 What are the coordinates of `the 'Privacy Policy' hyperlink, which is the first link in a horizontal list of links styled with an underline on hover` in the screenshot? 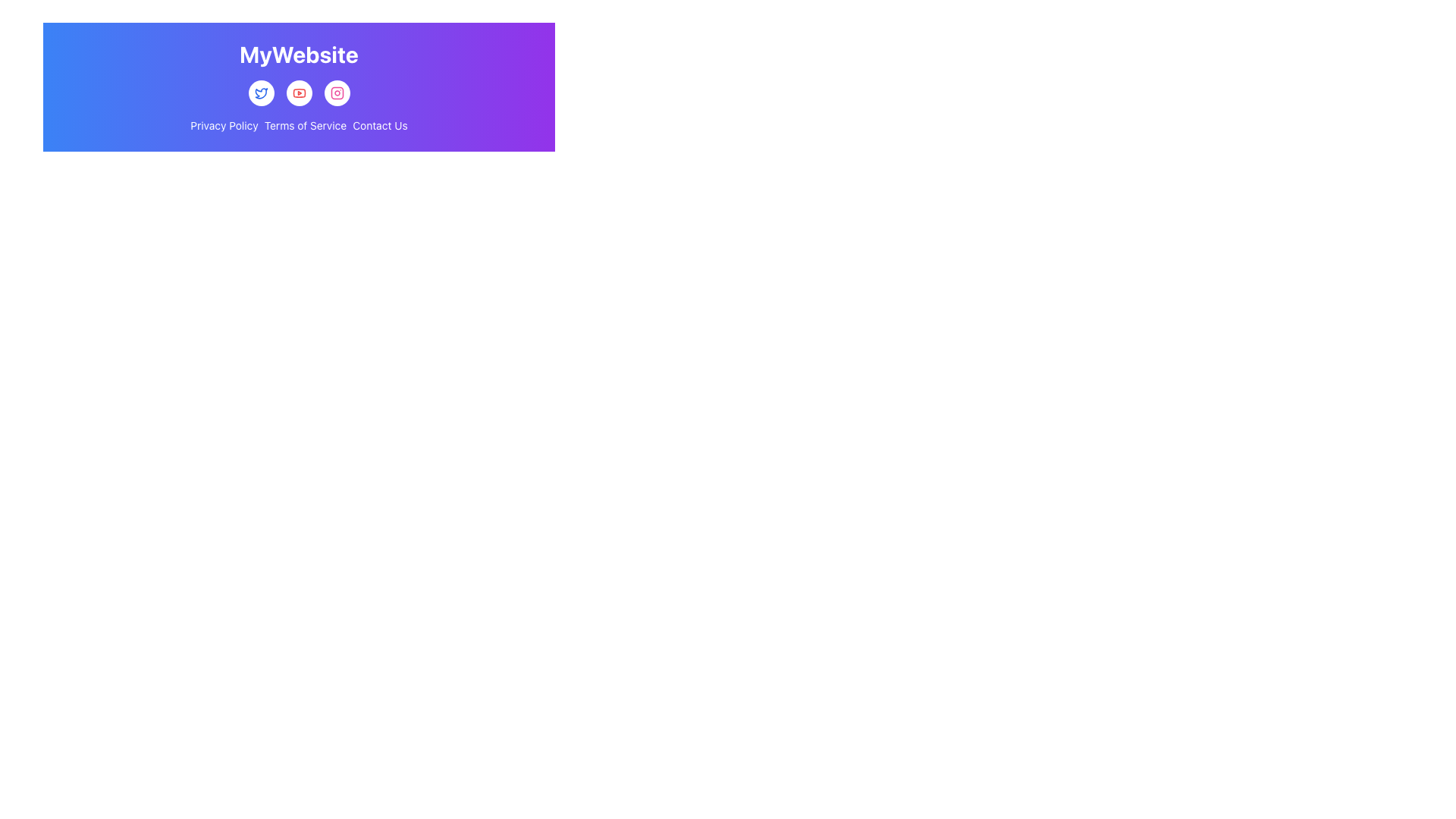 It's located at (224, 124).